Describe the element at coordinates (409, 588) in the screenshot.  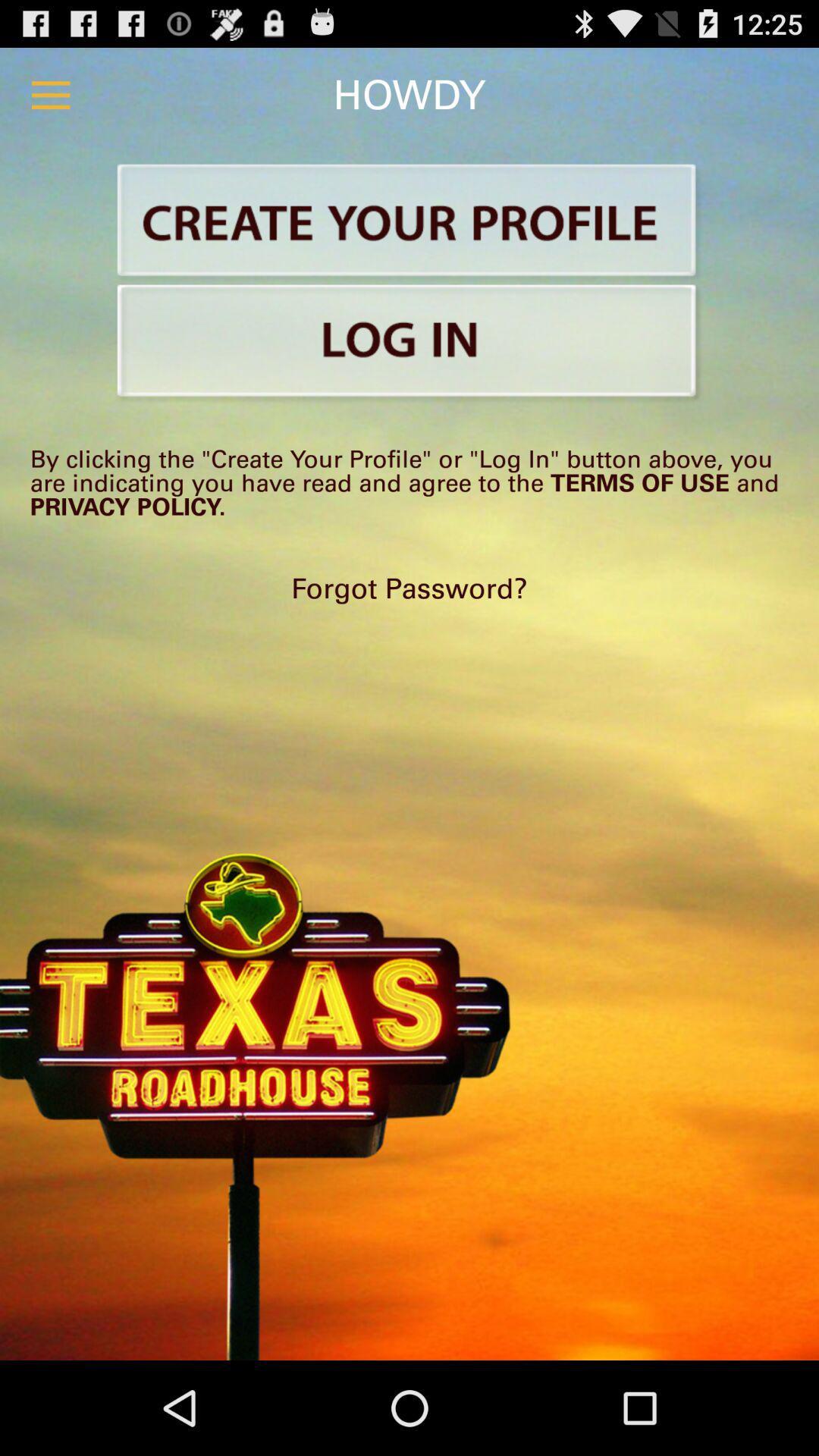
I see `the app below the by clicking the` at that location.